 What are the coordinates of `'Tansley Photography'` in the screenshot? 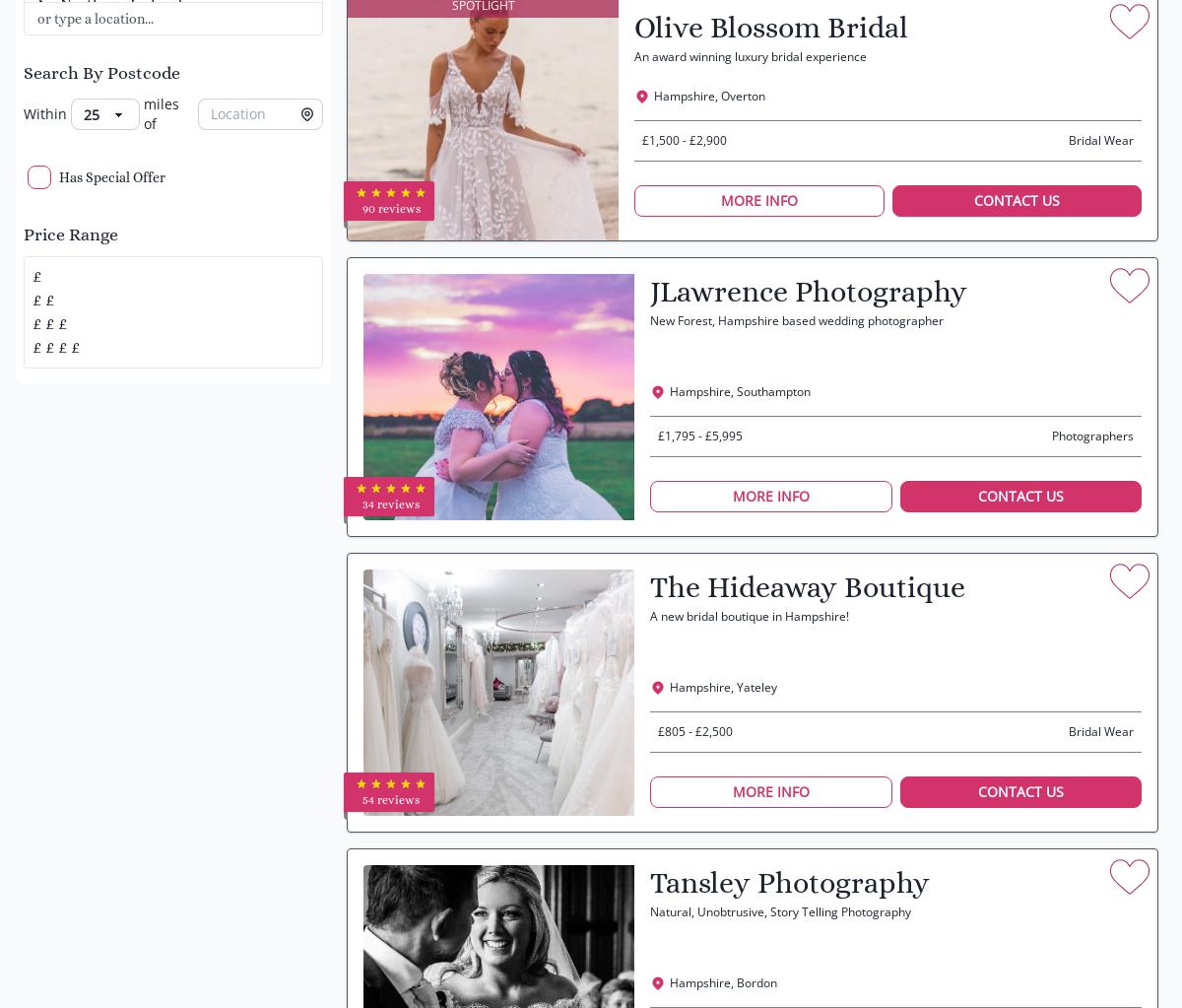 It's located at (788, 883).